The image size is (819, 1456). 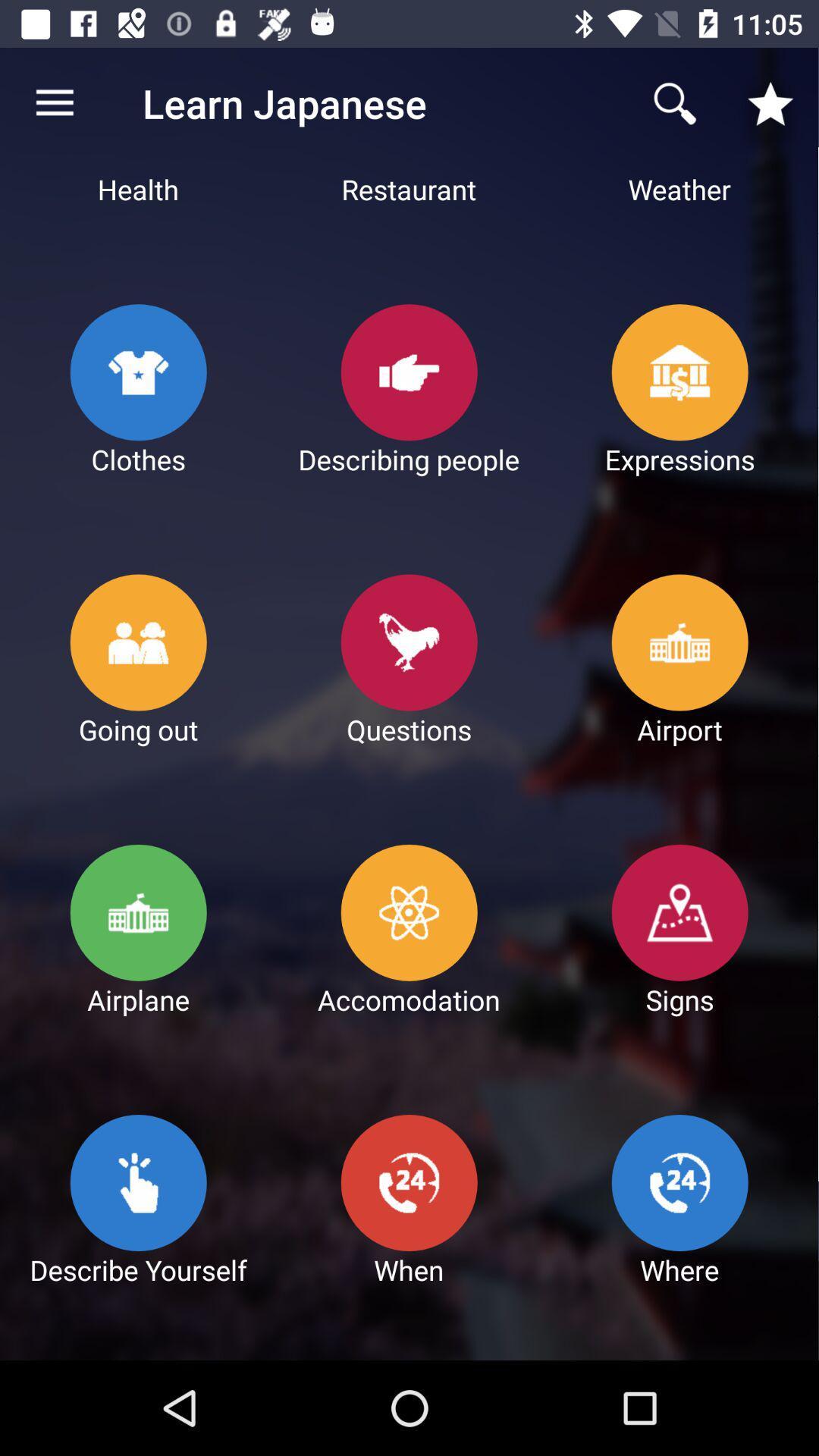 What do you see at coordinates (680, 912) in the screenshot?
I see `the icon below airport` at bounding box center [680, 912].